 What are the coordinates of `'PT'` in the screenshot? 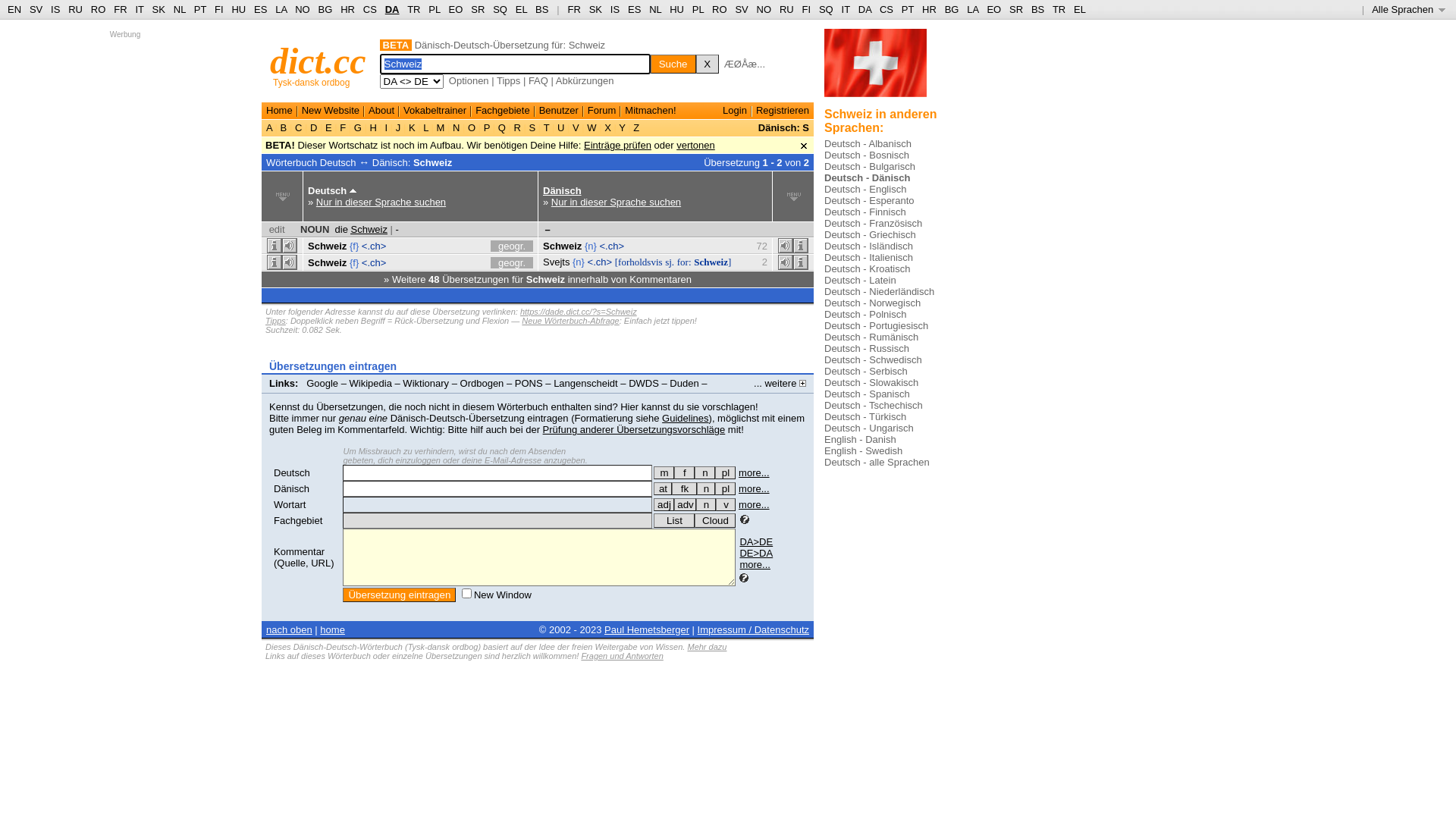 It's located at (199, 9).